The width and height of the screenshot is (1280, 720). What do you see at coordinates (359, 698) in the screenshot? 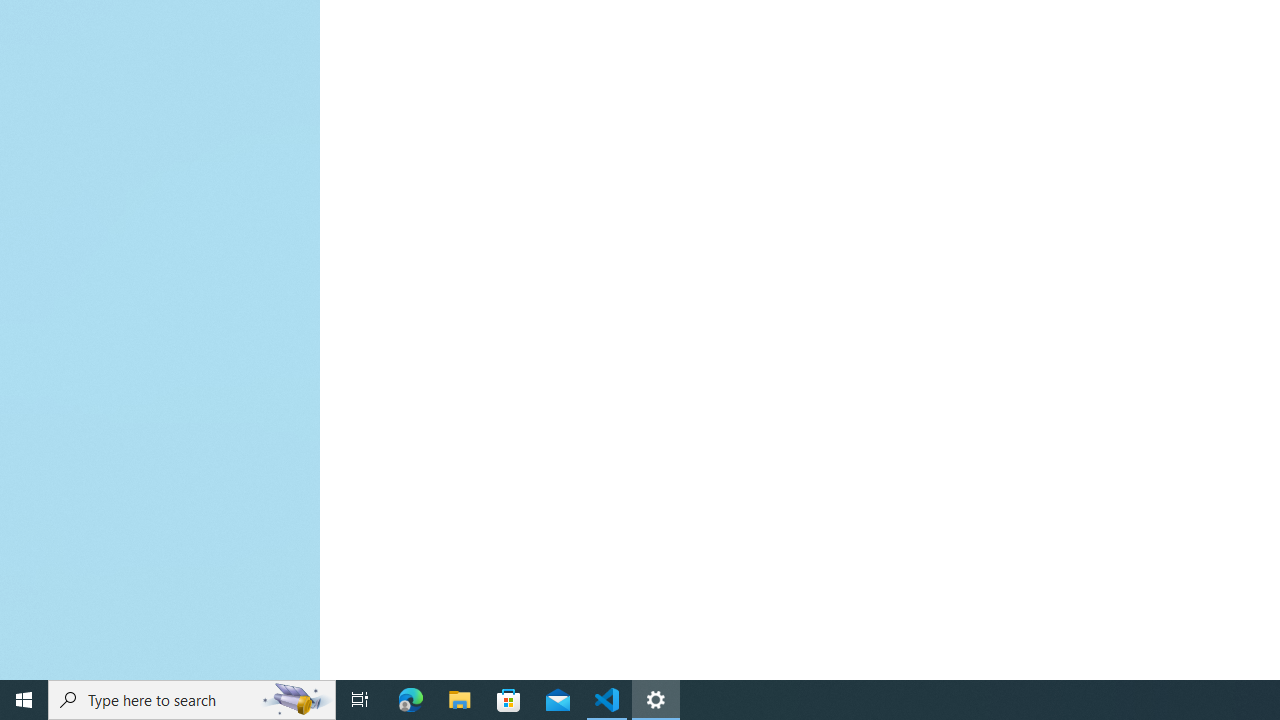
I see `'Task View'` at bounding box center [359, 698].